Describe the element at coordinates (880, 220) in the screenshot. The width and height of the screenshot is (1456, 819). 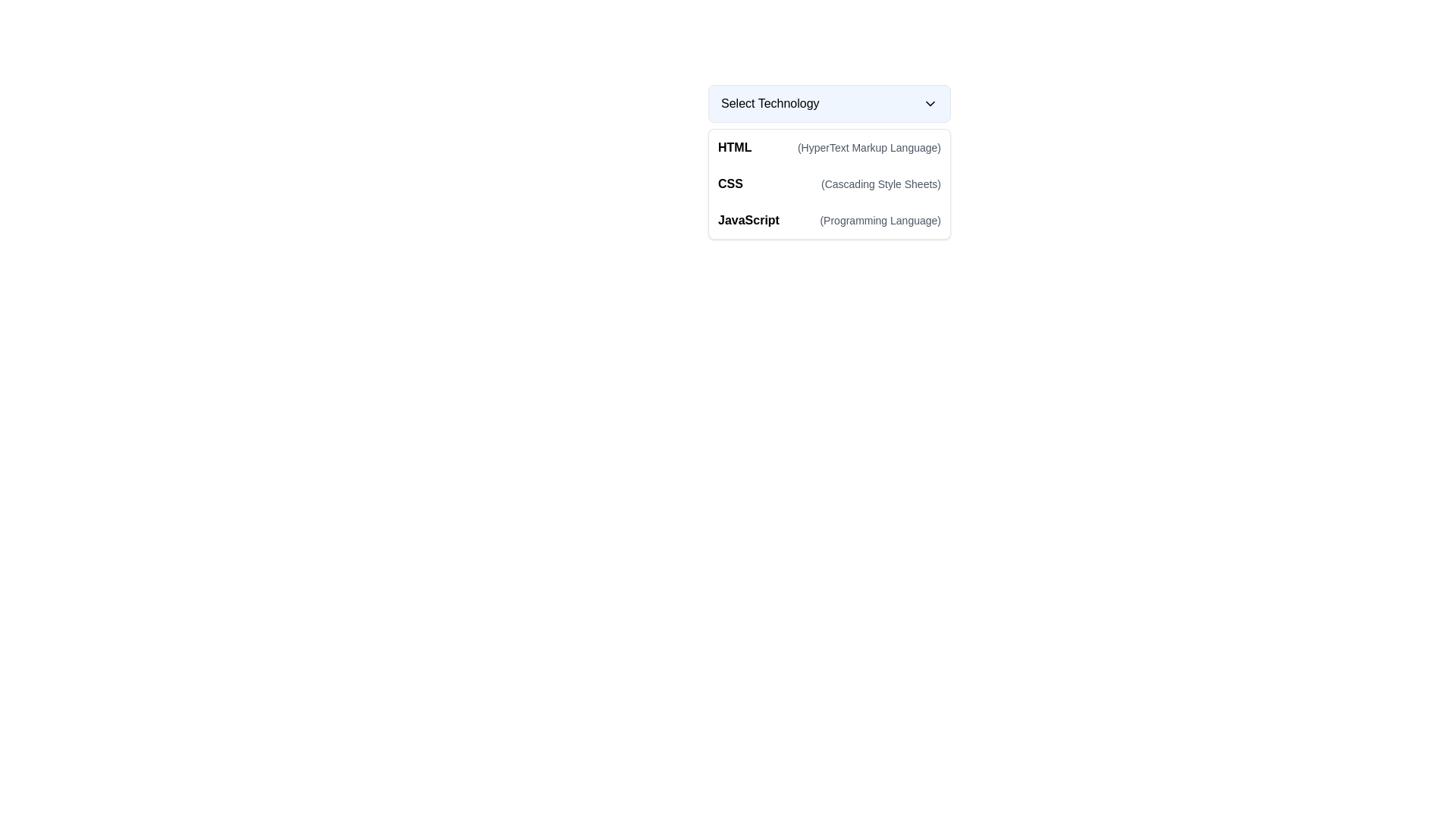
I see `the descriptive text label that explains 'JavaScript' as a programming language, located within the dropdown menu, positioned to the right and slightly lower than the bold 'JavaScript' label` at that location.